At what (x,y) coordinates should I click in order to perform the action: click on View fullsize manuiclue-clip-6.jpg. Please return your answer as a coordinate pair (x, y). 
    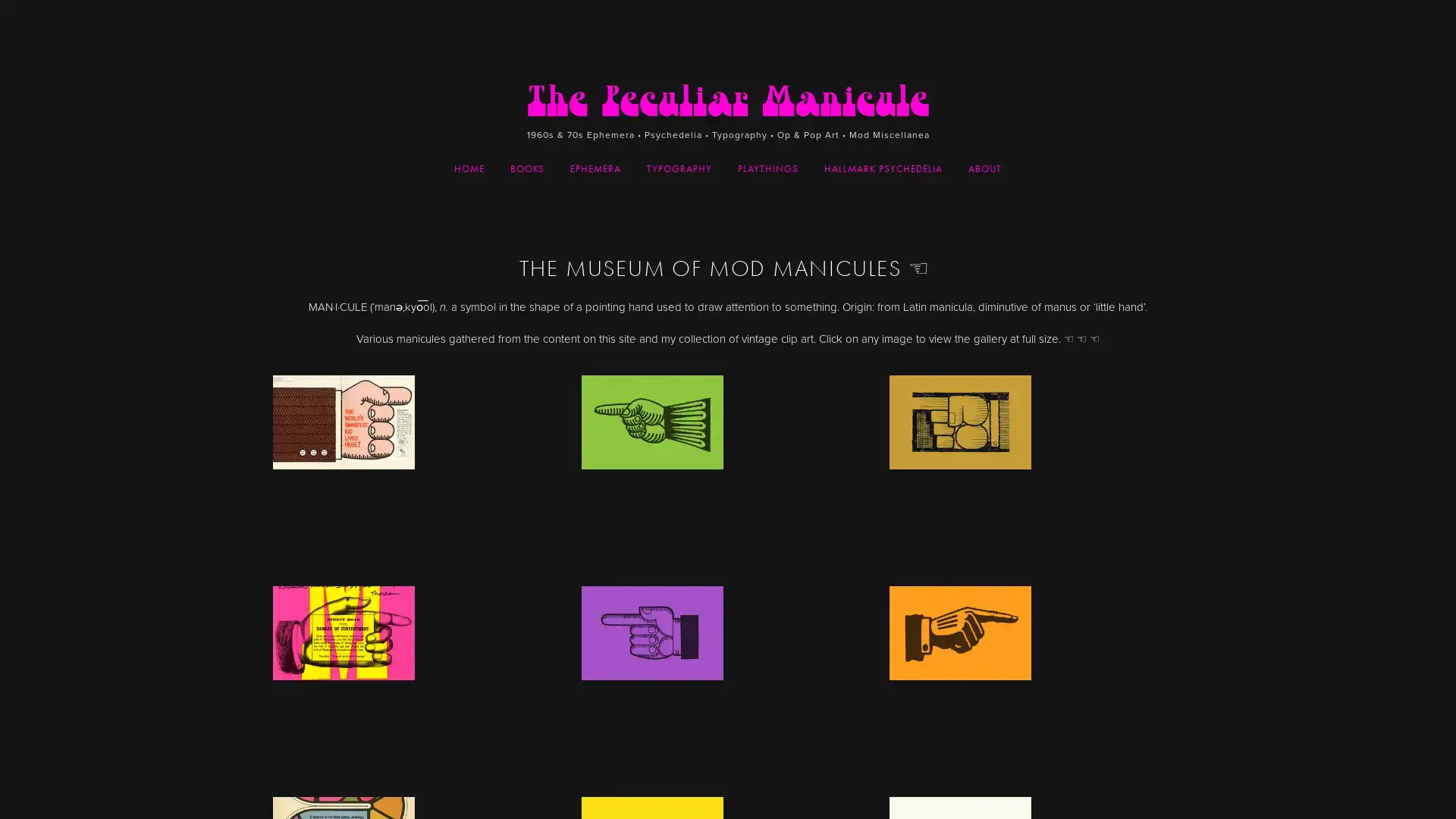
    Looking at the image, I should click on (726, 683).